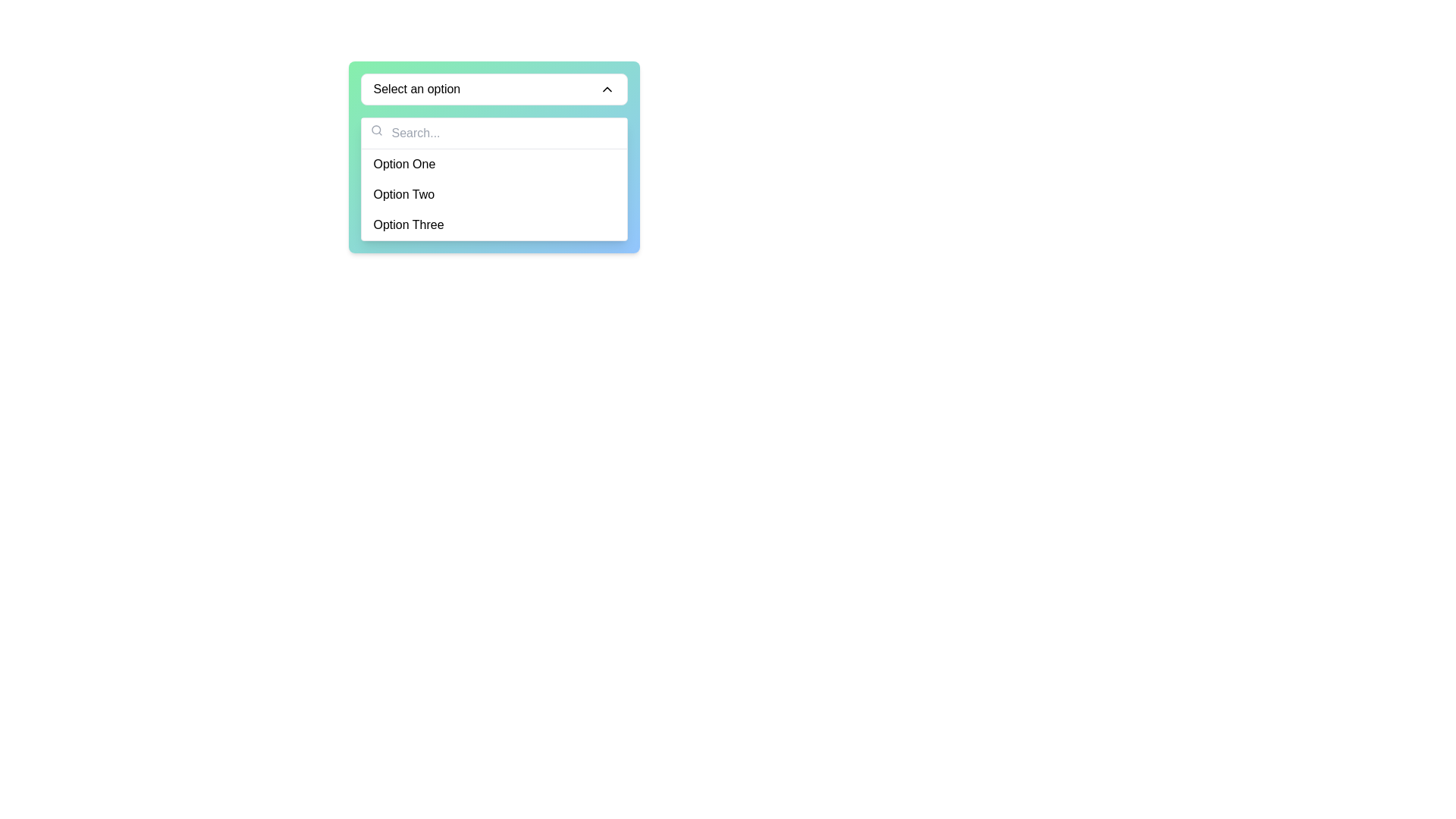  Describe the element at coordinates (494, 178) in the screenshot. I see `the dropdown menu option` at that location.